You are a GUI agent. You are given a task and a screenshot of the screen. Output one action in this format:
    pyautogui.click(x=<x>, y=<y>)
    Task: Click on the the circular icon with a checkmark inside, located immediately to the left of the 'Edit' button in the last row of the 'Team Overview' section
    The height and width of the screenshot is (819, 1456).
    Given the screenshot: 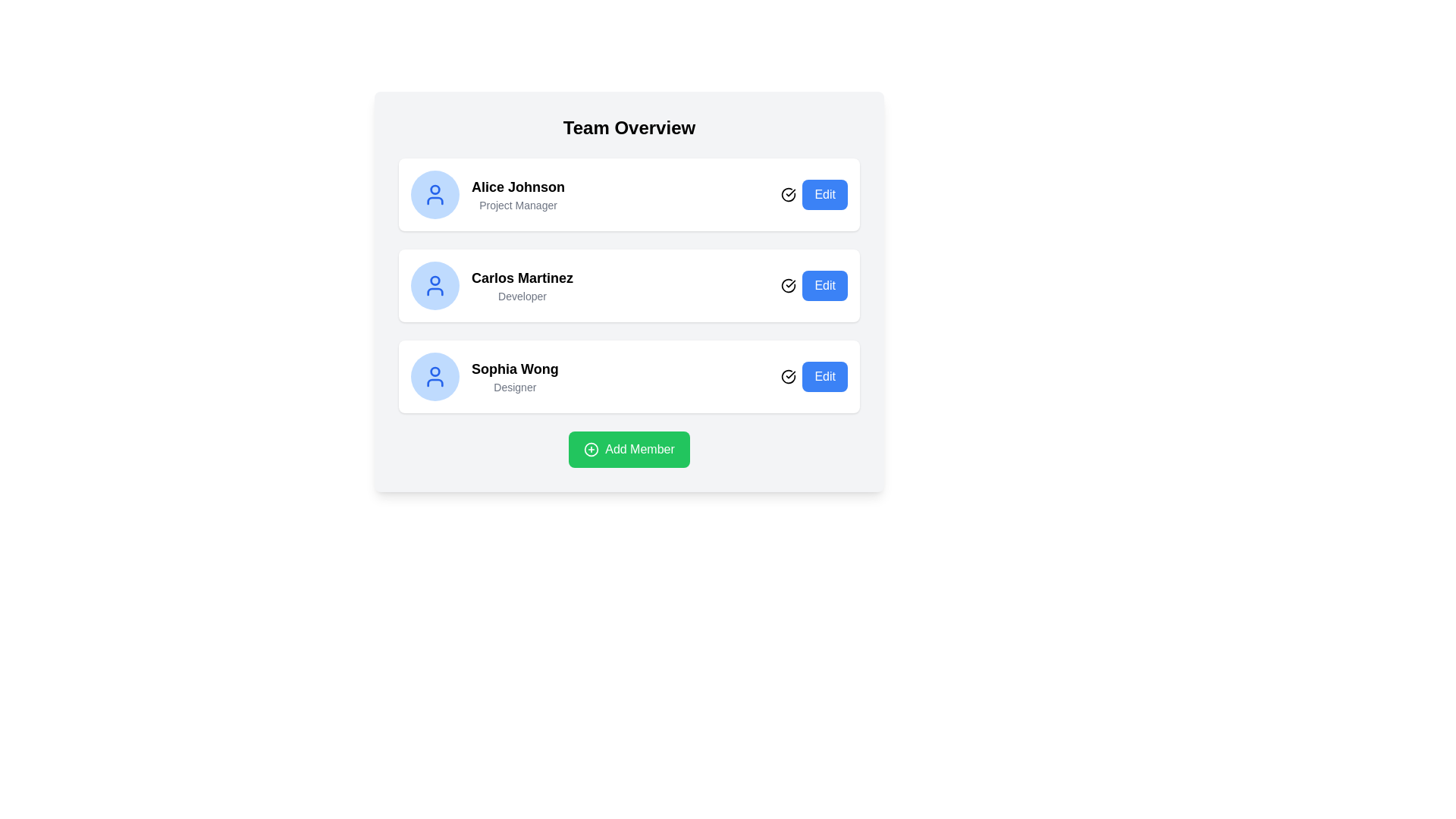 What is the action you would take?
    pyautogui.click(x=789, y=376)
    